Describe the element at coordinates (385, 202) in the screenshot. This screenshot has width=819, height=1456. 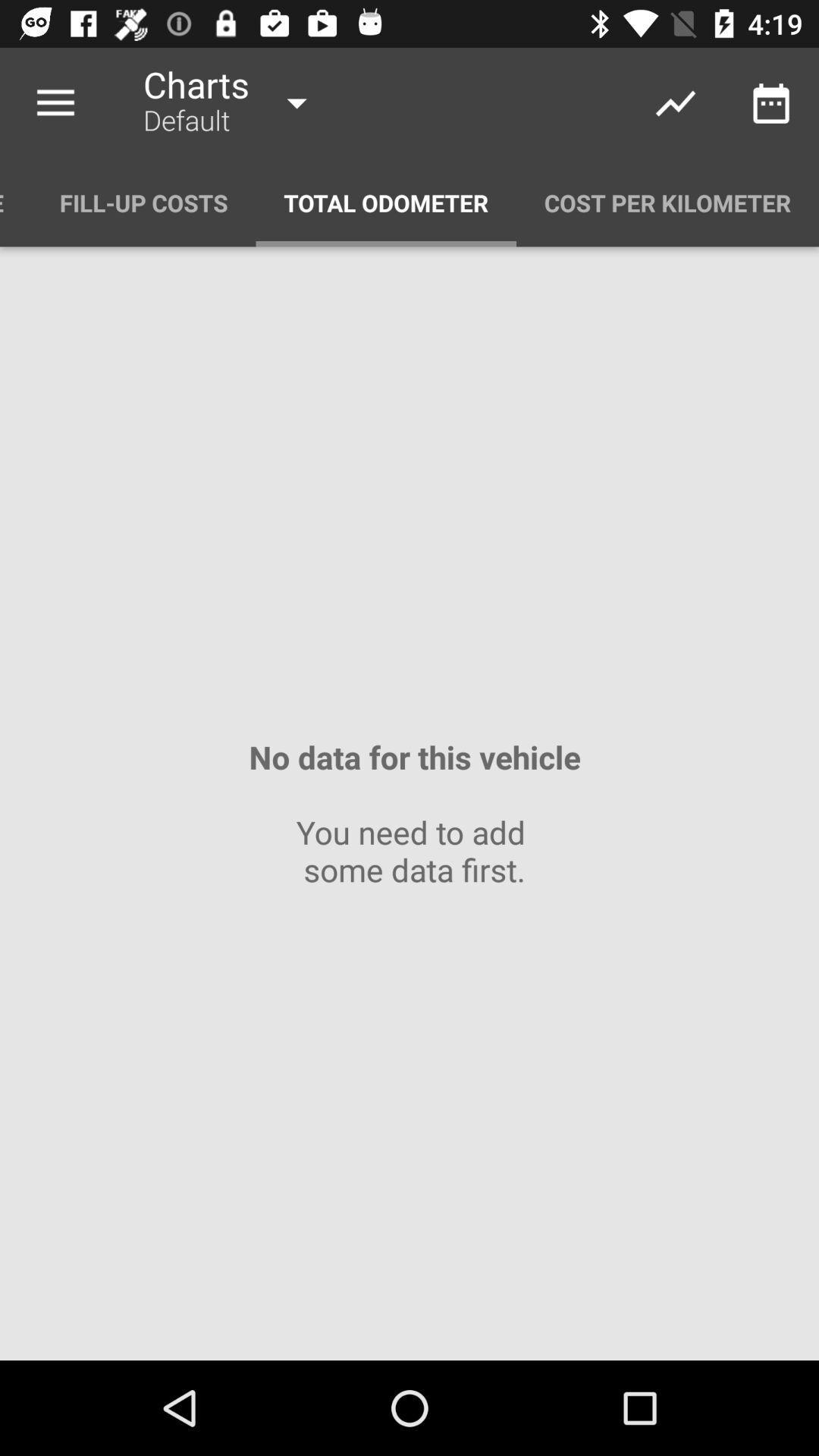
I see `the total odometer at the top` at that location.